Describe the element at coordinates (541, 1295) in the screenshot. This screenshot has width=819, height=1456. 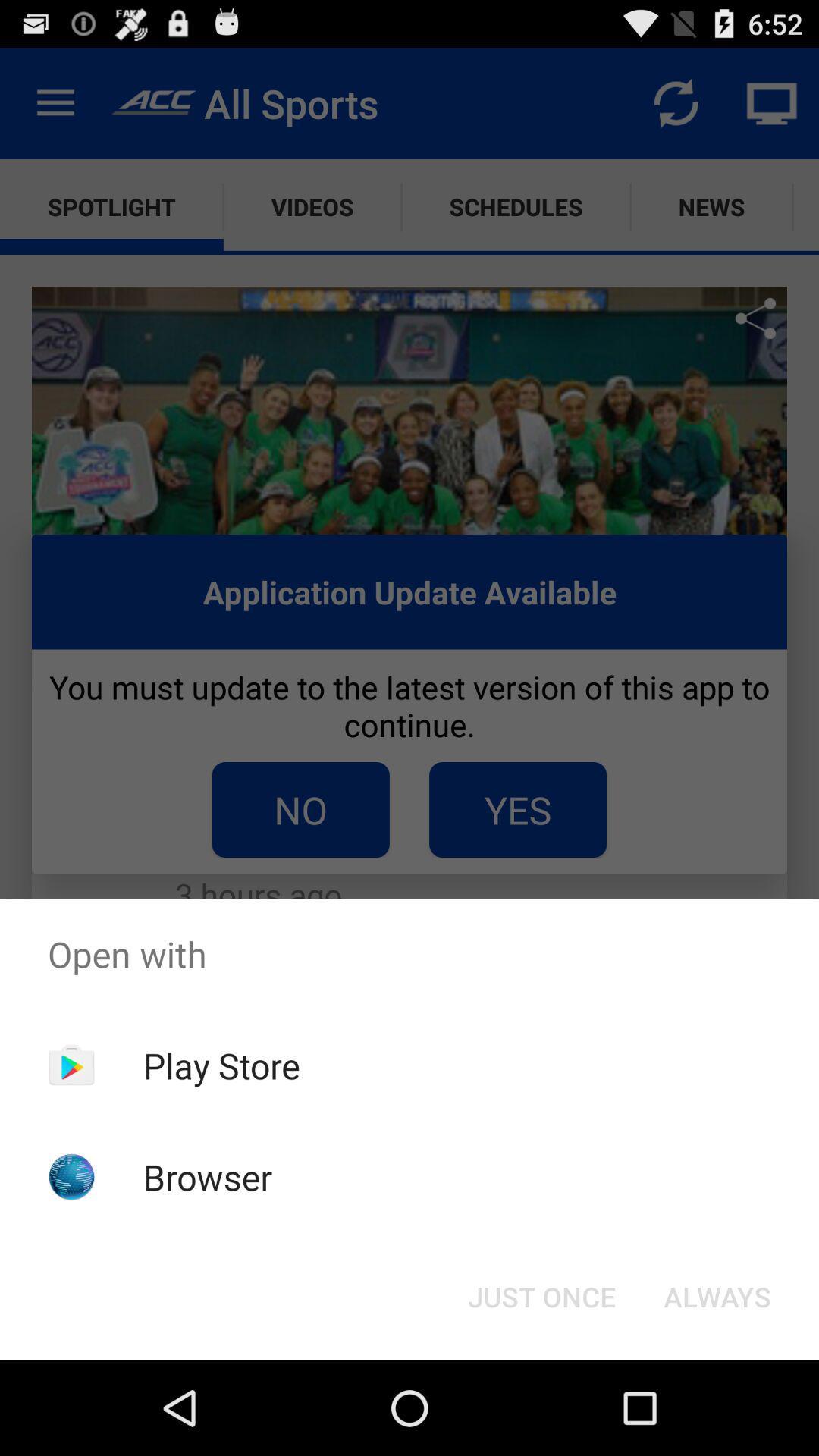
I see `the just once item` at that location.